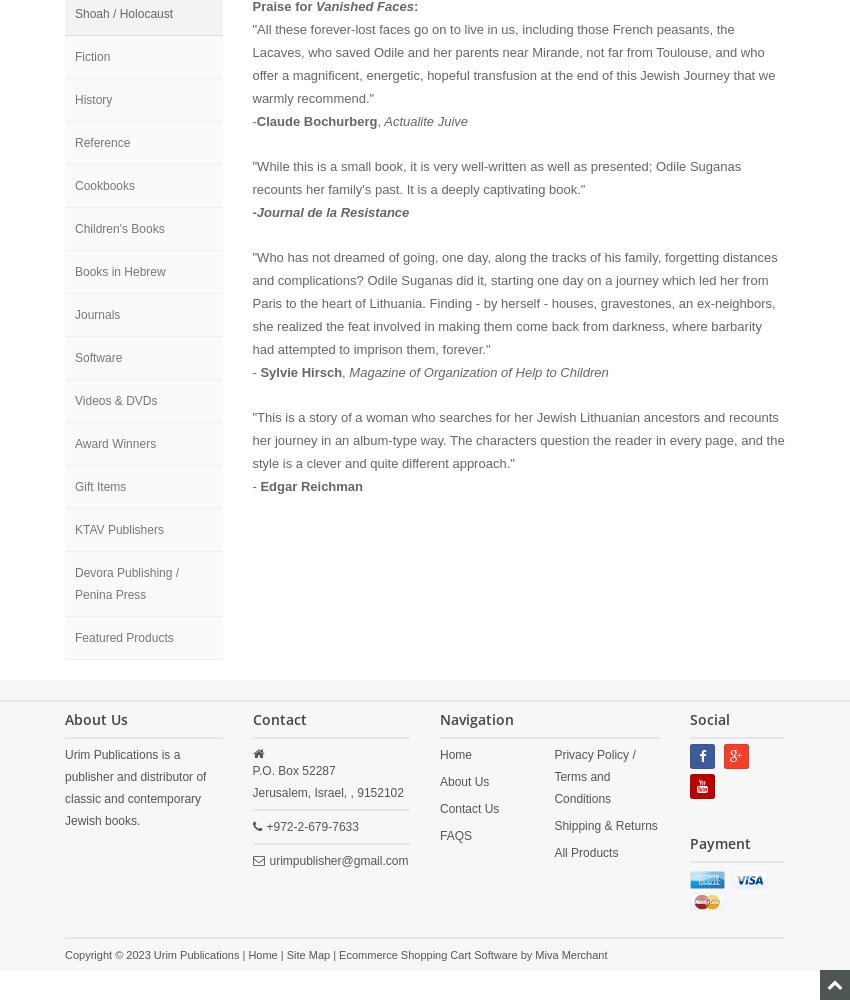  What do you see at coordinates (330, 211) in the screenshot?
I see `'-Journal de la Resistance'` at bounding box center [330, 211].